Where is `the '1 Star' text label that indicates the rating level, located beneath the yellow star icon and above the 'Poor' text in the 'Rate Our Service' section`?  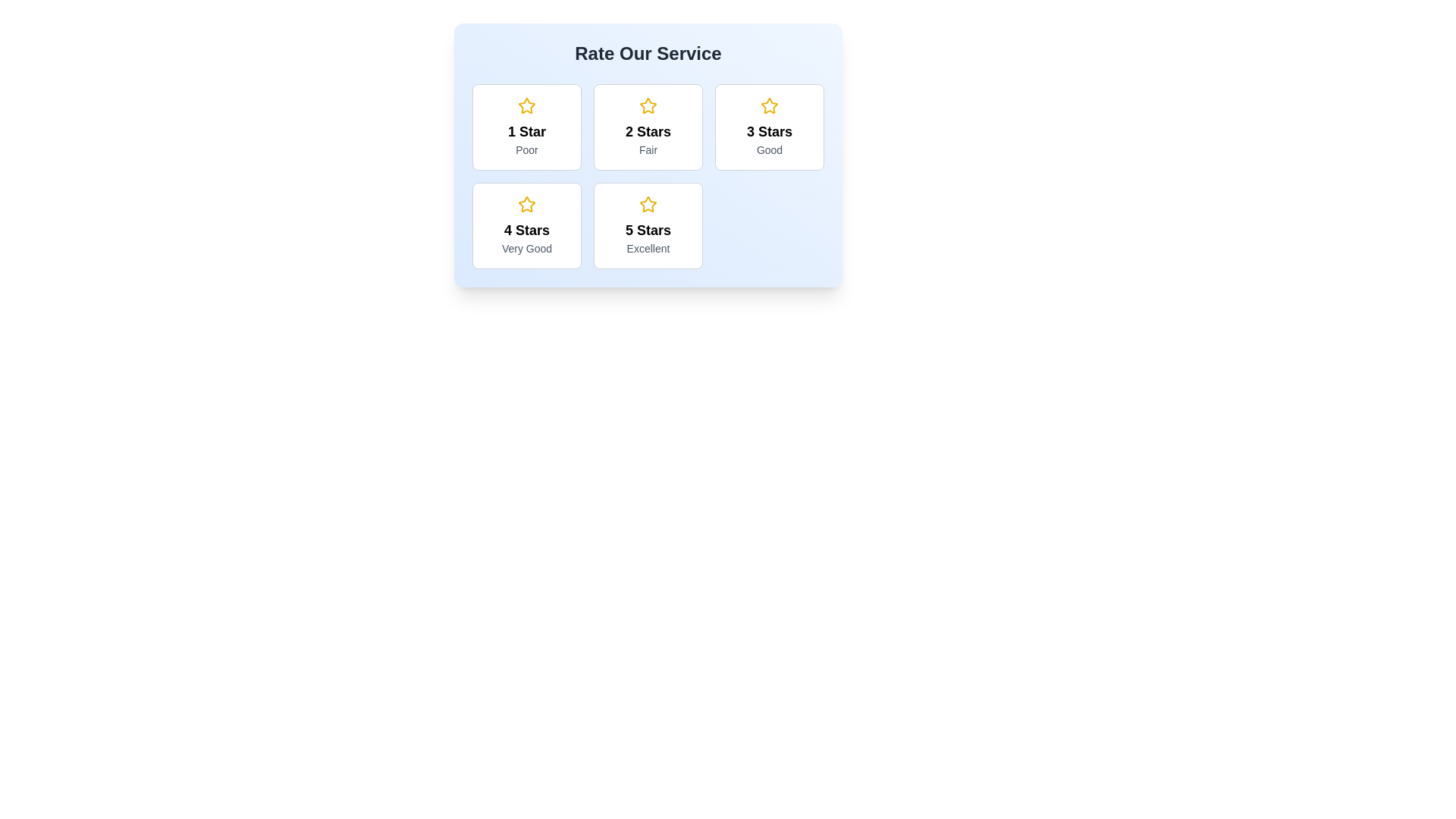 the '1 Star' text label that indicates the rating level, located beneath the yellow star icon and above the 'Poor' text in the 'Rate Our Service' section is located at coordinates (527, 130).